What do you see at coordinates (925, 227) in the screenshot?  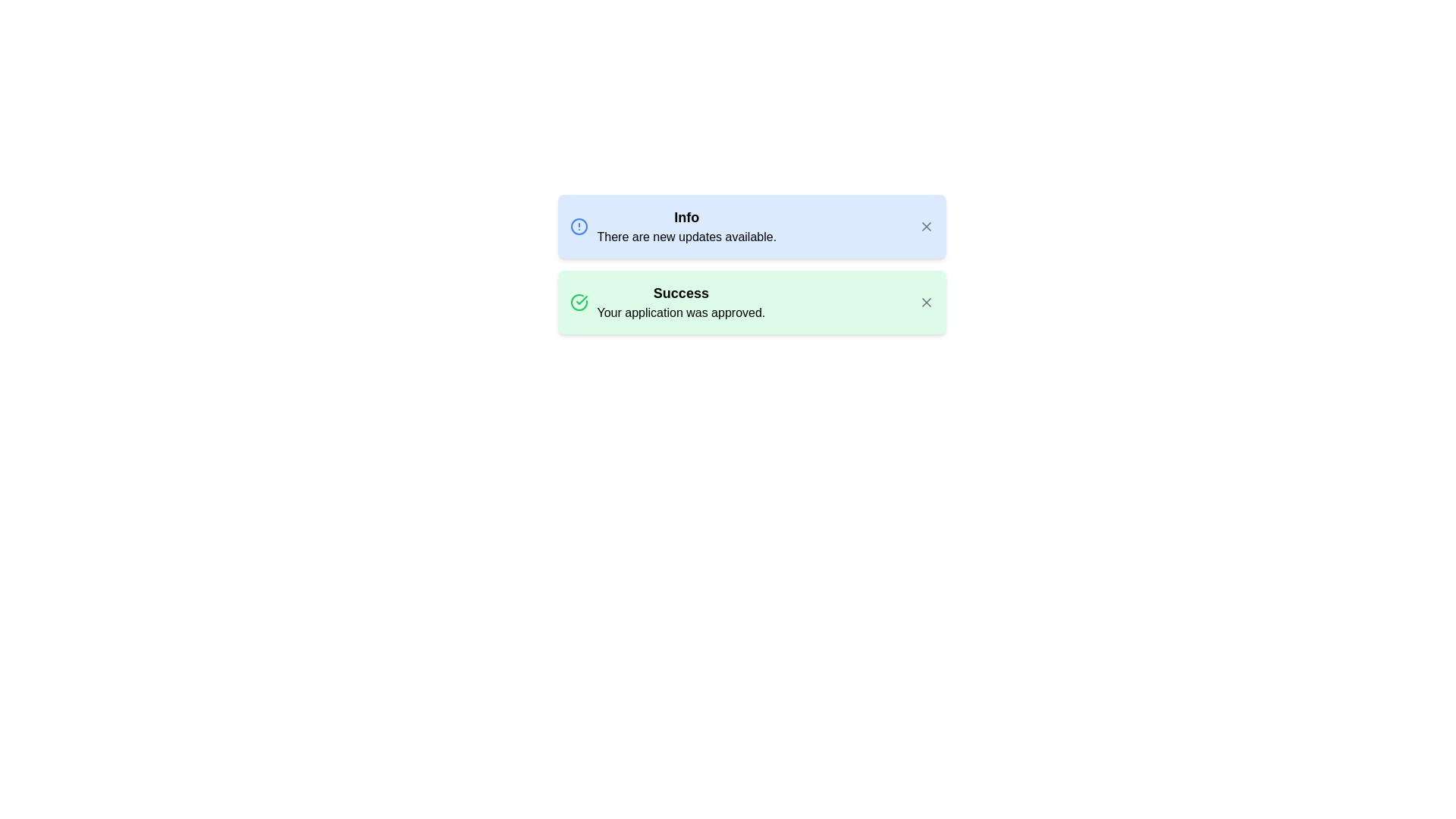 I see `the close button located on the far right-hand side of the blue notification box` at bounding box center [925, 227].